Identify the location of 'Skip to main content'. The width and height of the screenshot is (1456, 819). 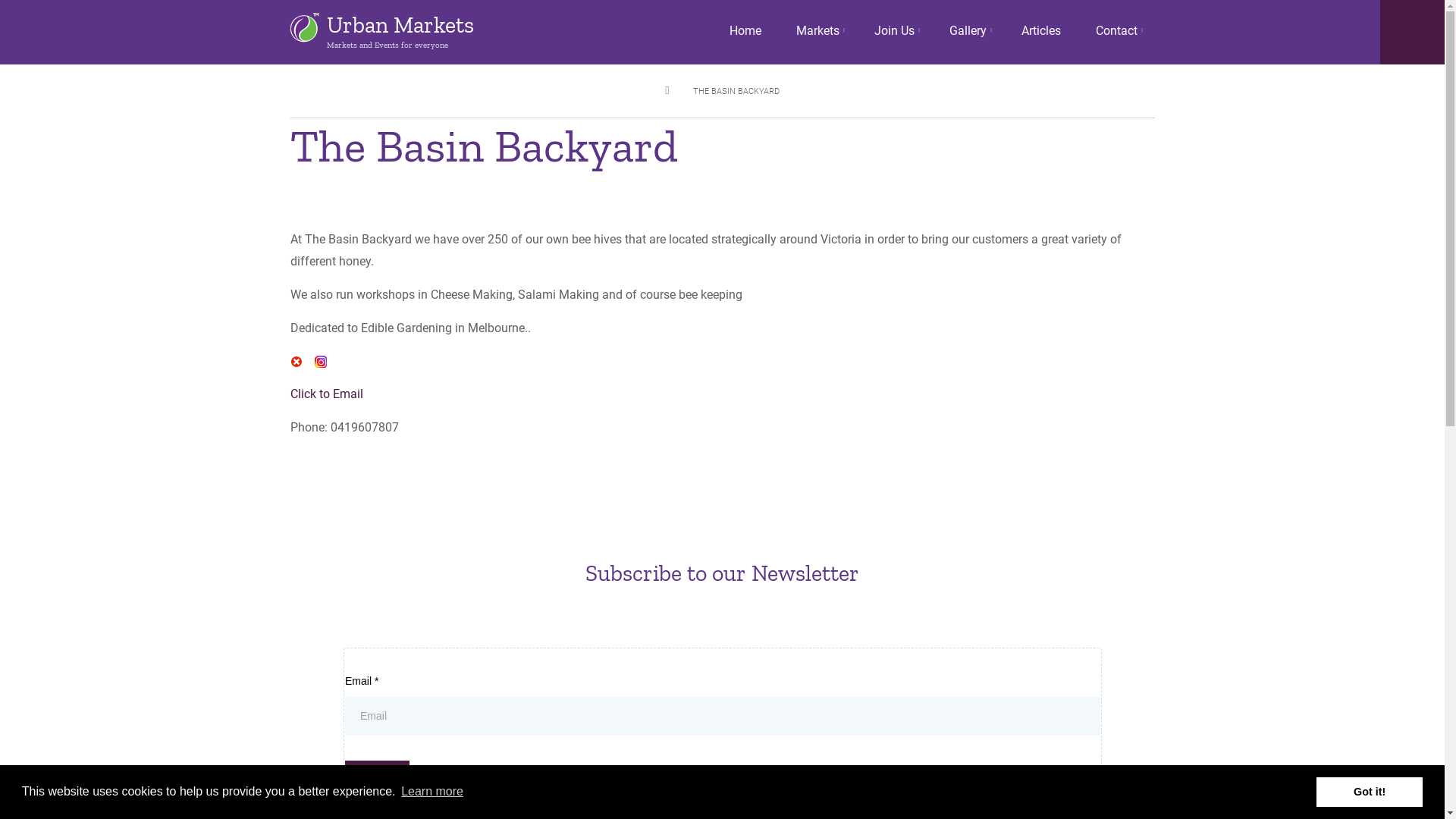
(0, 0).